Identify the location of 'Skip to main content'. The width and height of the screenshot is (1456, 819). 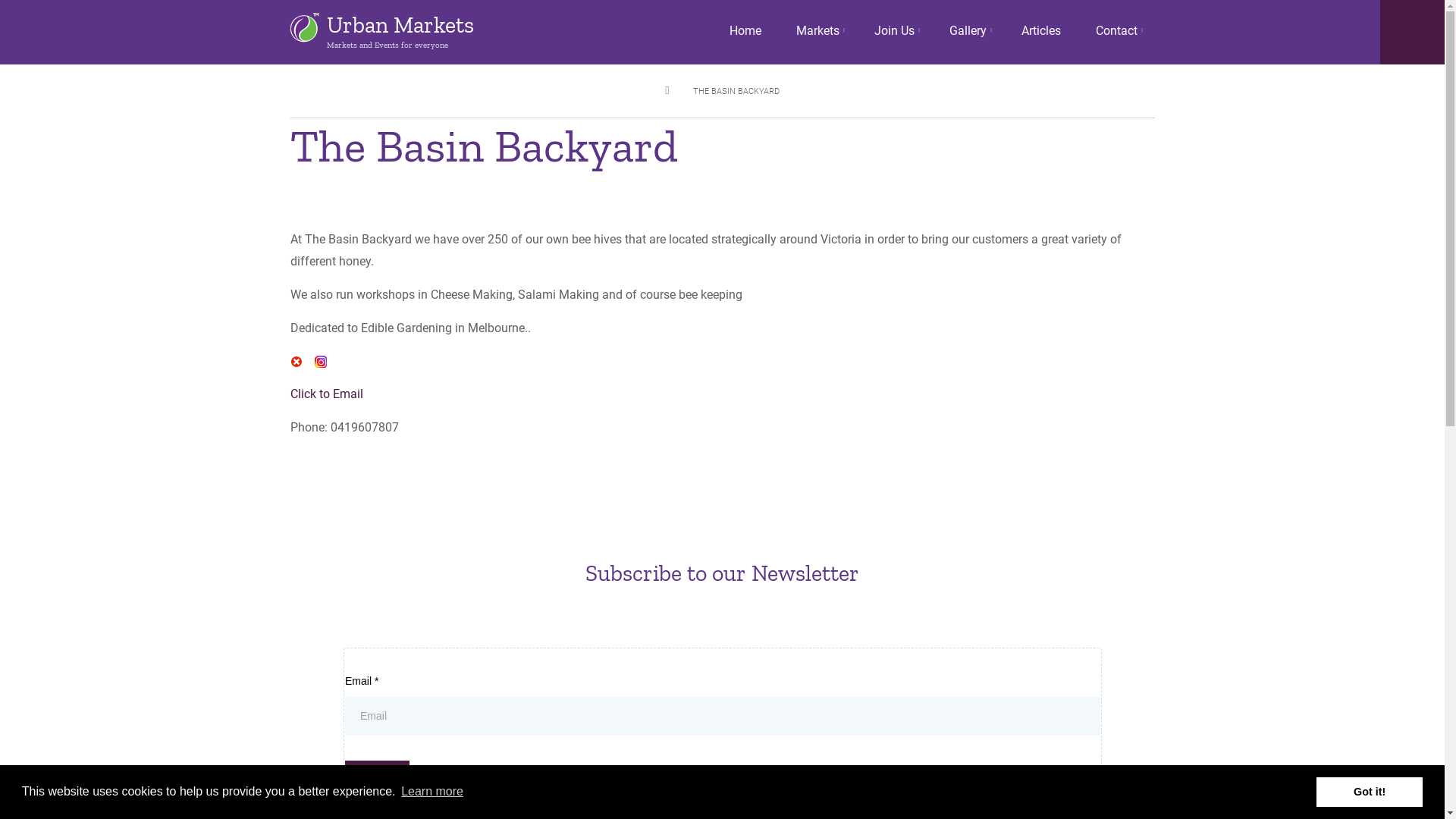
(0, 0).